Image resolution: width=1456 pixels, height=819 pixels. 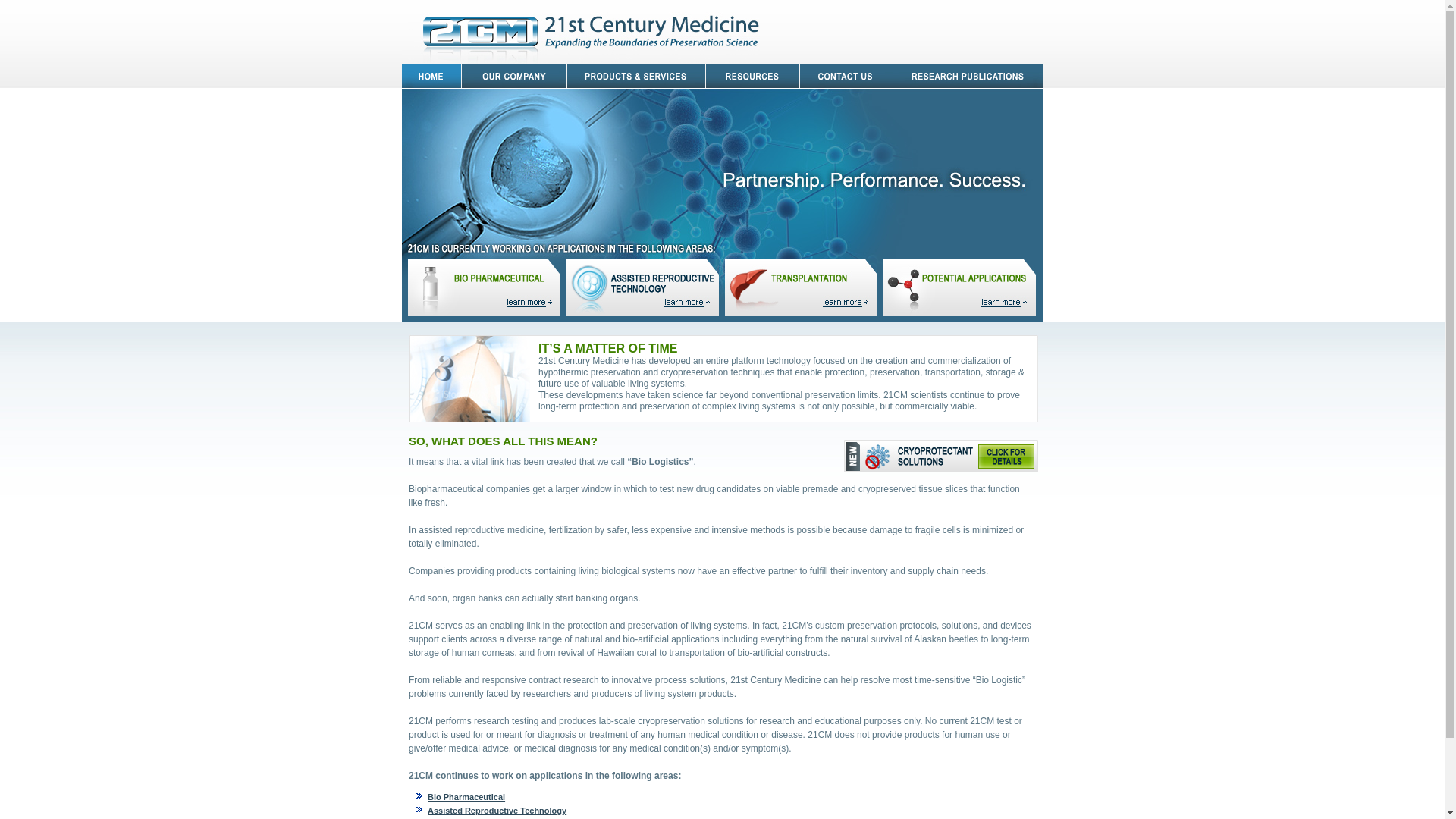 I want to click on 'Cryoprotectant Solutions', so click(x=843, y=455).